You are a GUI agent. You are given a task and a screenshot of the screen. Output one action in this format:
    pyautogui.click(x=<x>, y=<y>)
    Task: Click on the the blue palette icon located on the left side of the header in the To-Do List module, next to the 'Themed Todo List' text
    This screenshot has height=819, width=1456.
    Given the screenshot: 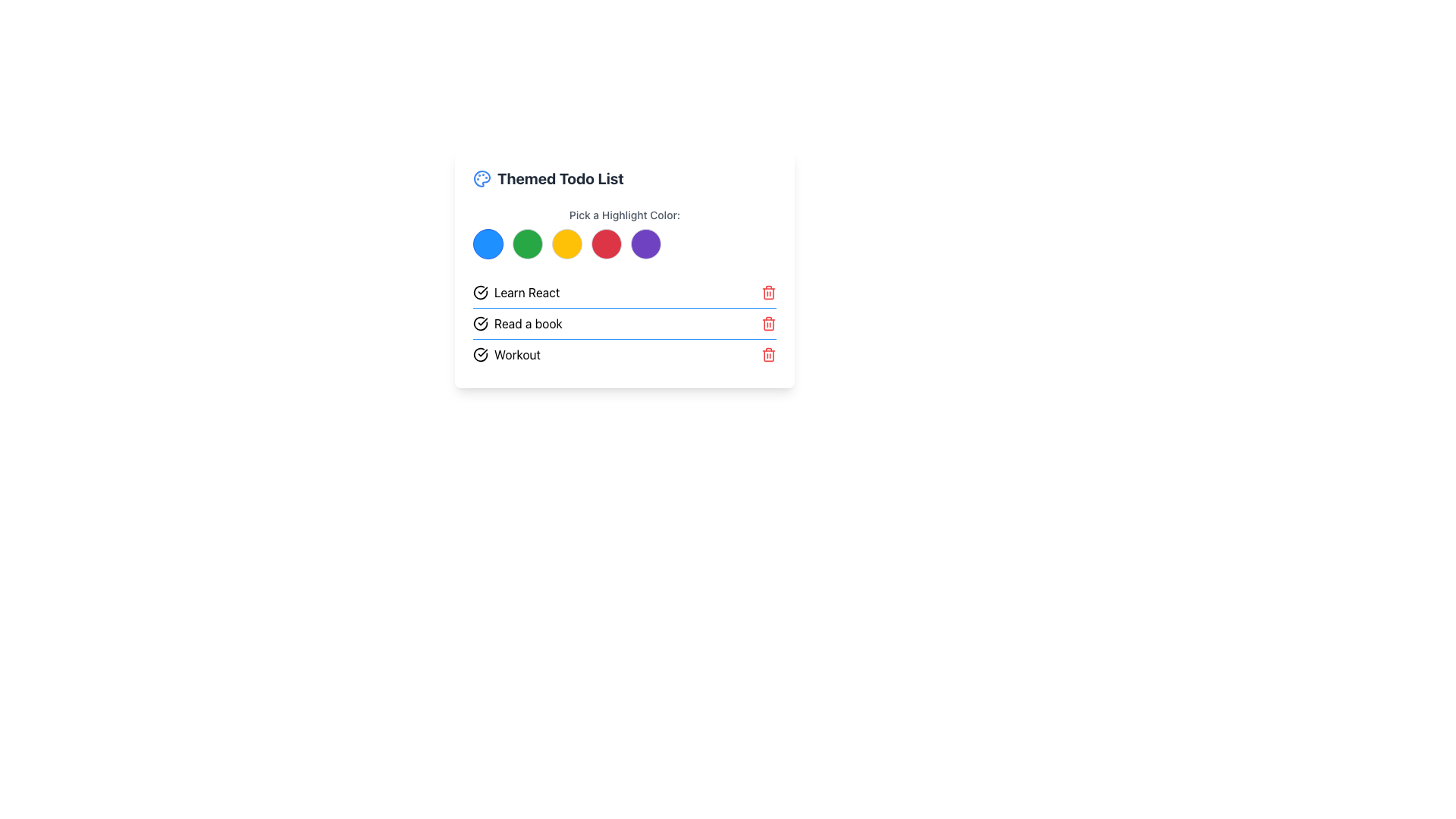 What is the action you would take?
    pyautogui.click(x=481, y=177)
    